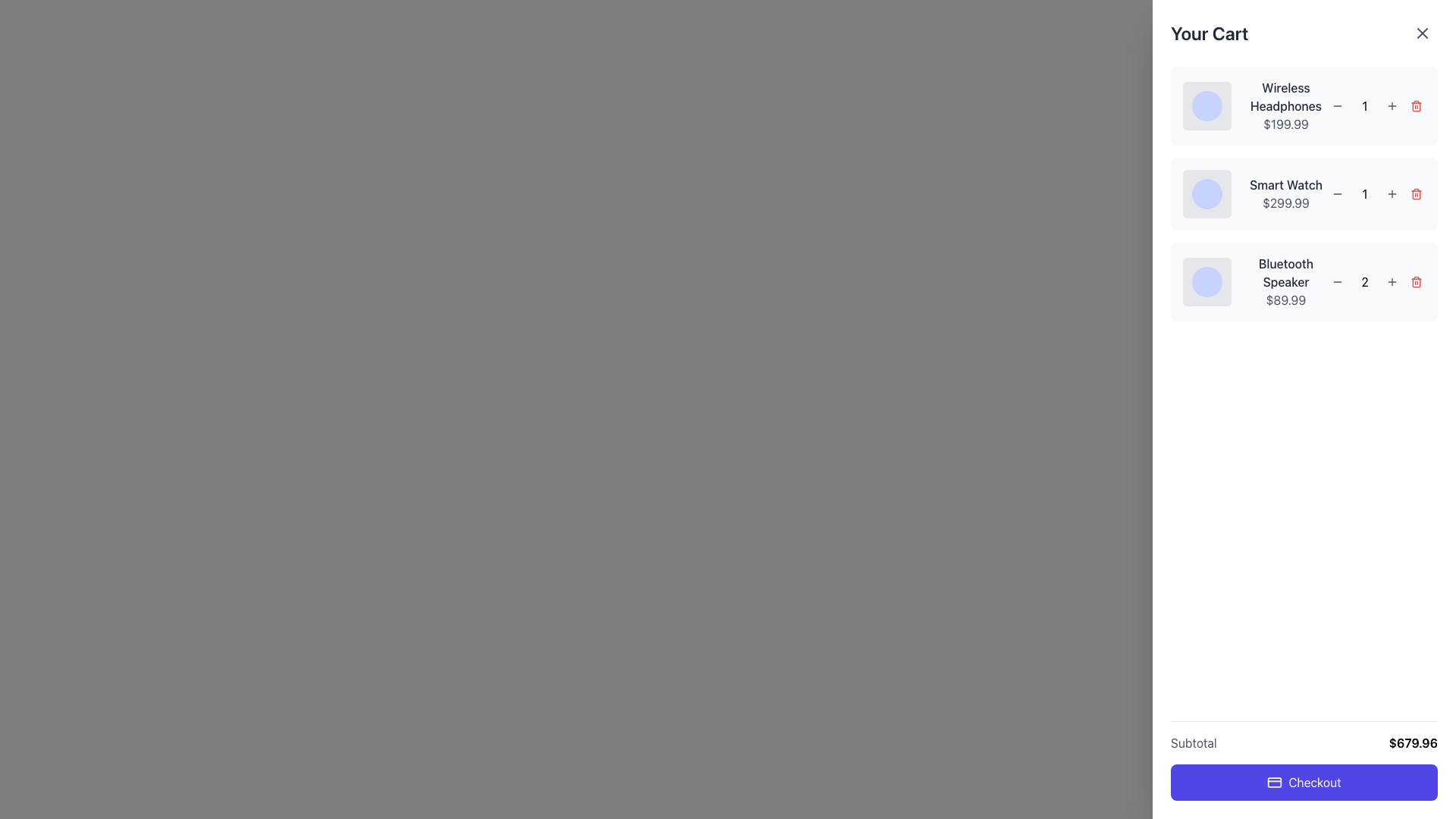 The height and width of the screenshot is (819, 1456). I want to click on the rectangular SVG shape element with rounded corners, located at the top portion of the credit card icon, by, so click(1274, 783).